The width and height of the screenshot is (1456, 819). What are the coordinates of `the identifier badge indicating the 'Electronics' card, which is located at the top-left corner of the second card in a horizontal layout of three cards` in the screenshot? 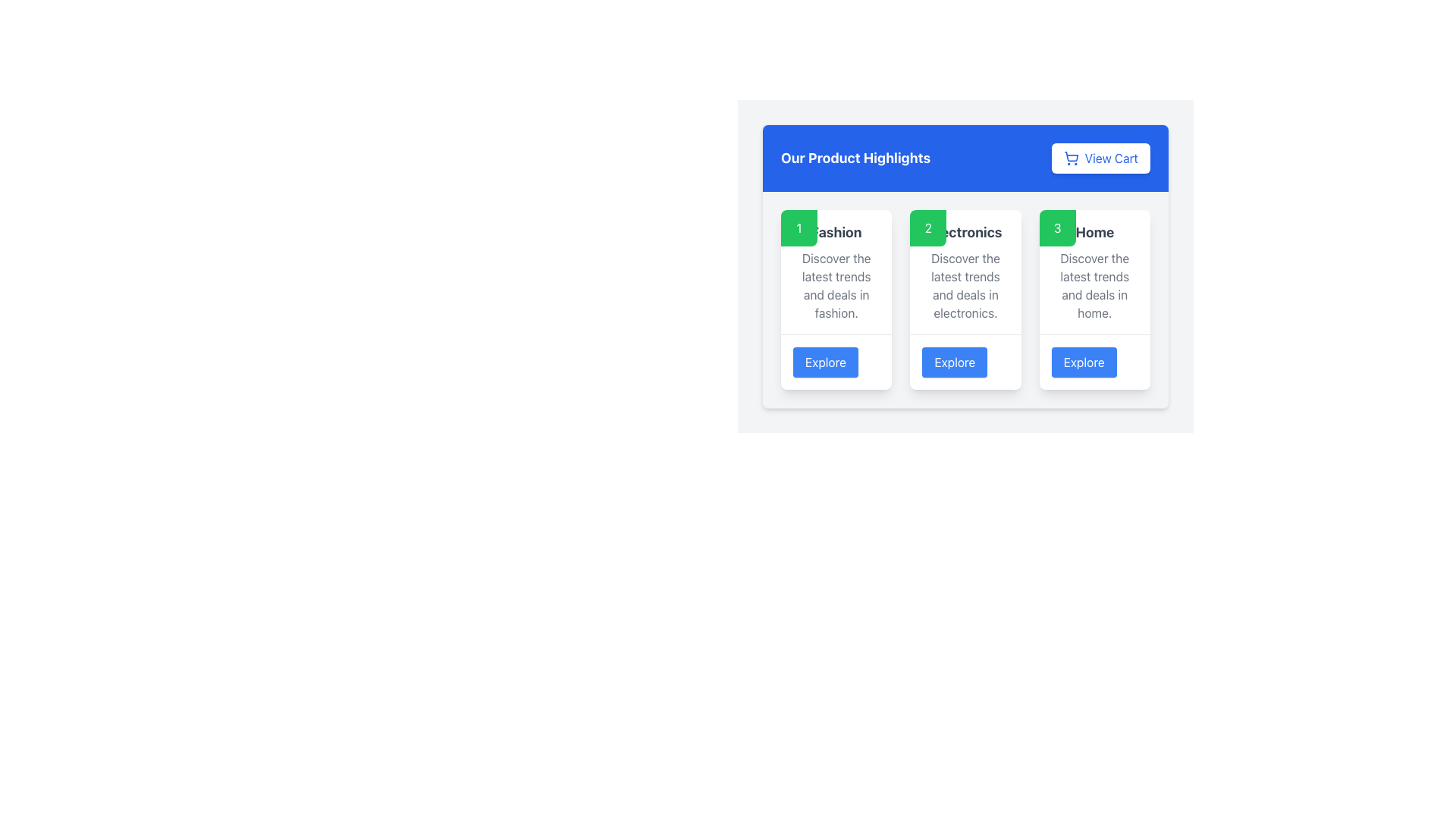 It's located at (927, 227).